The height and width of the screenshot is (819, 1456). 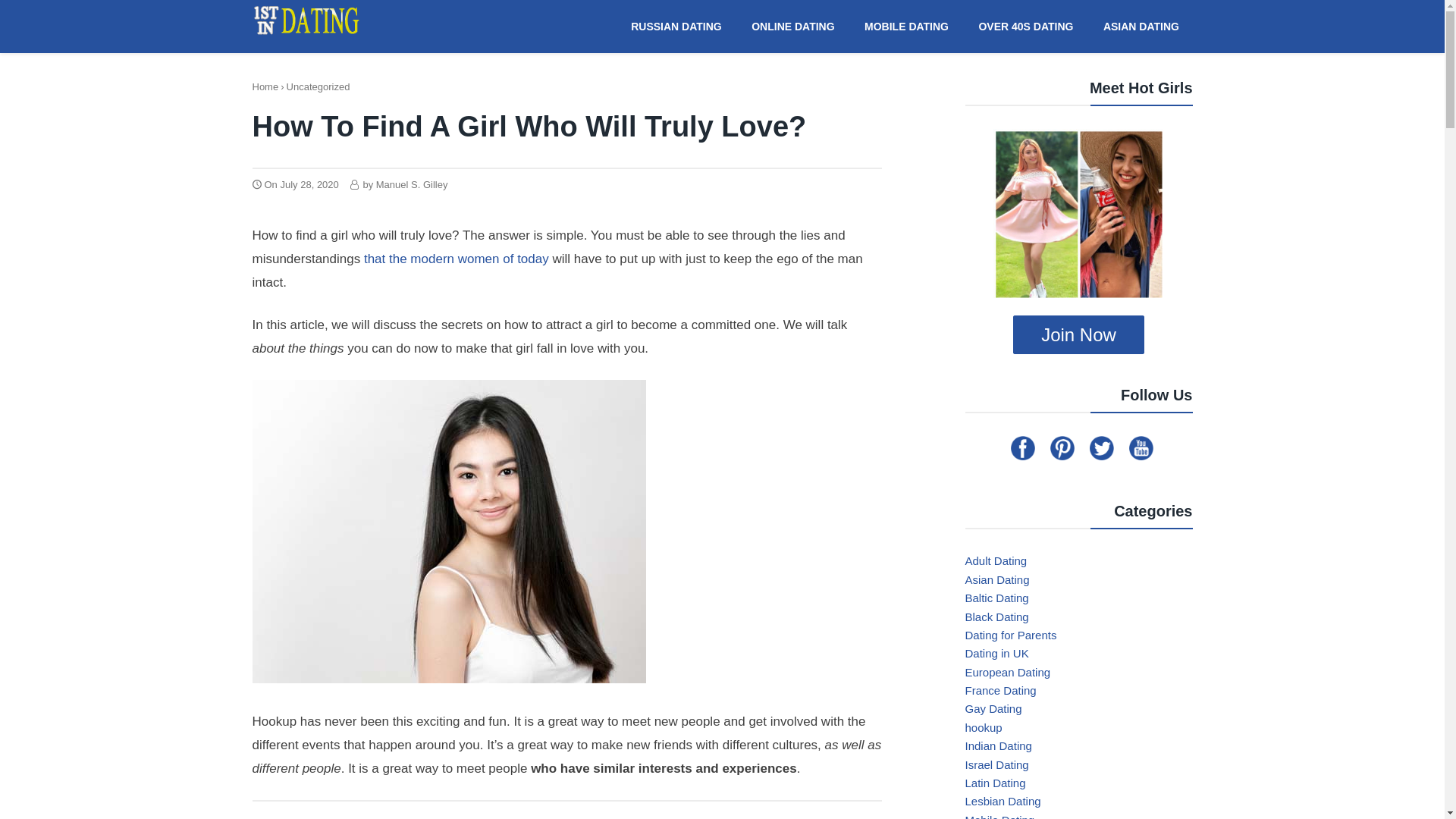 I want to click on 'OVER 40S DATING', so click(x=1026, y=25).